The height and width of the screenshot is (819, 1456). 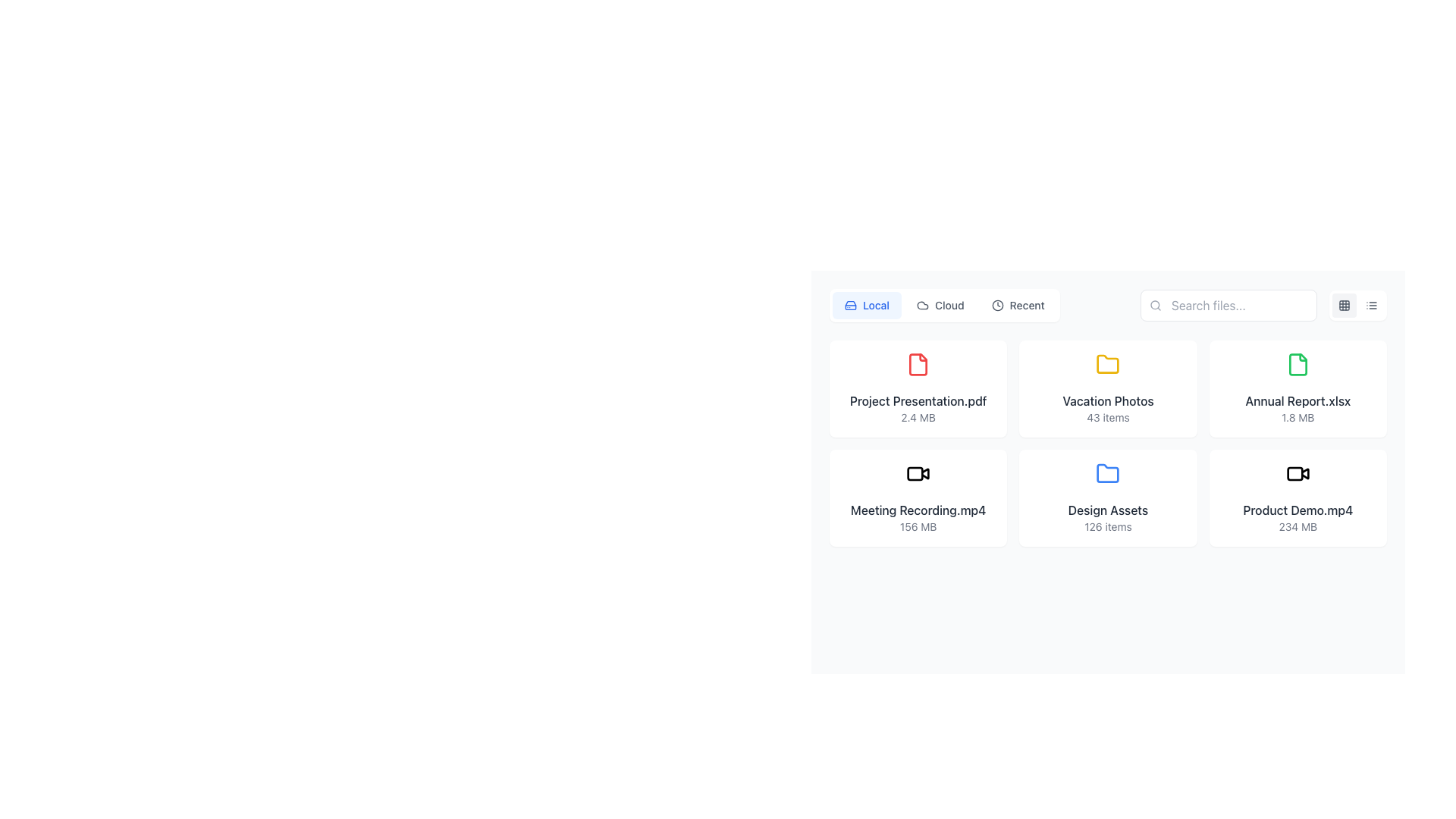 I want to click on the text label displaying the file size '2.4 MB' located directly below 'Project Presentation.pdf' in the first card of the upper-left section of the grid layout, so click(x=918, y=418).